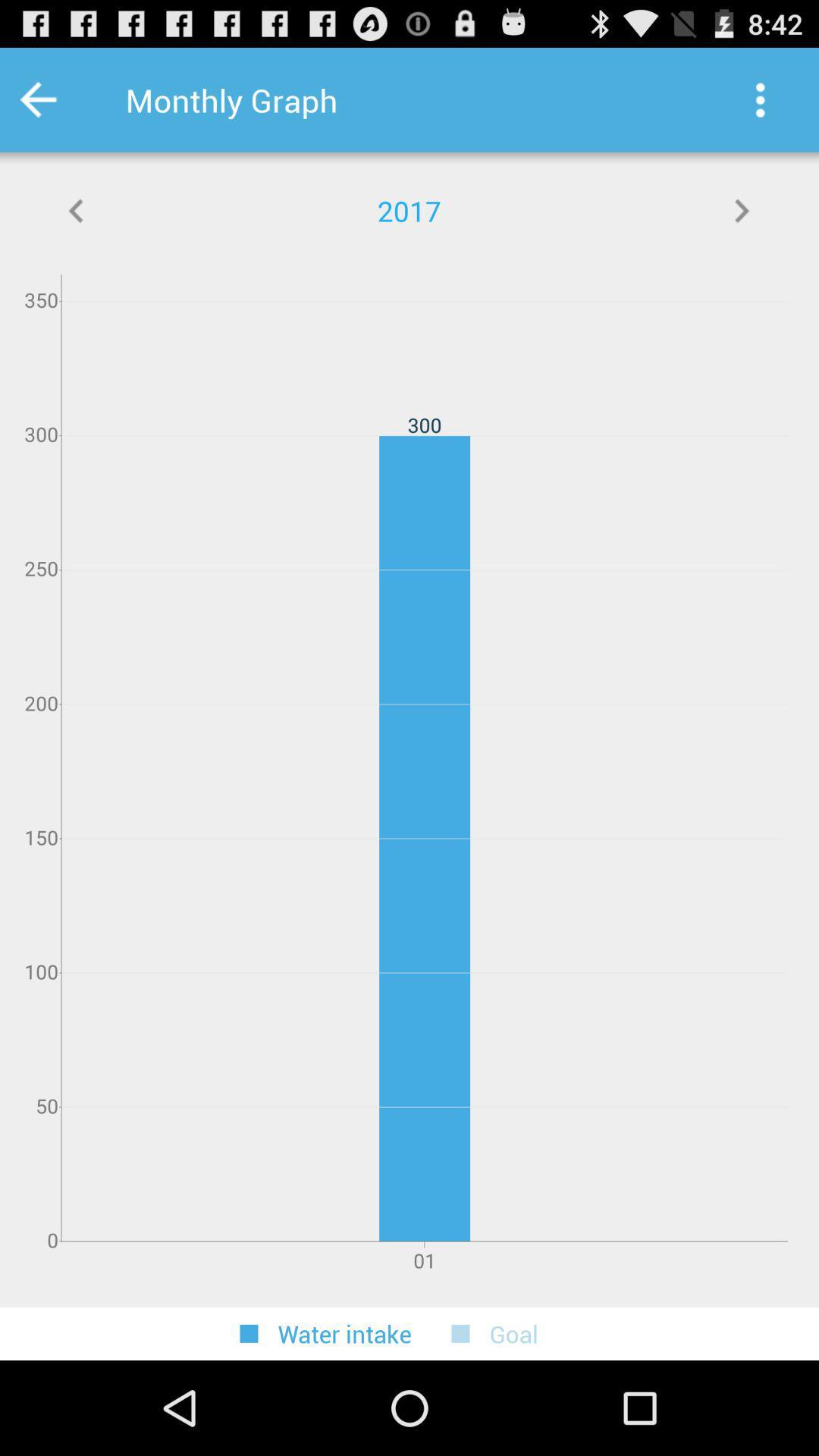 The width and height of the screenshot is (819, 1456). I want to click on icon below monthly graph app, so click(77, 210).